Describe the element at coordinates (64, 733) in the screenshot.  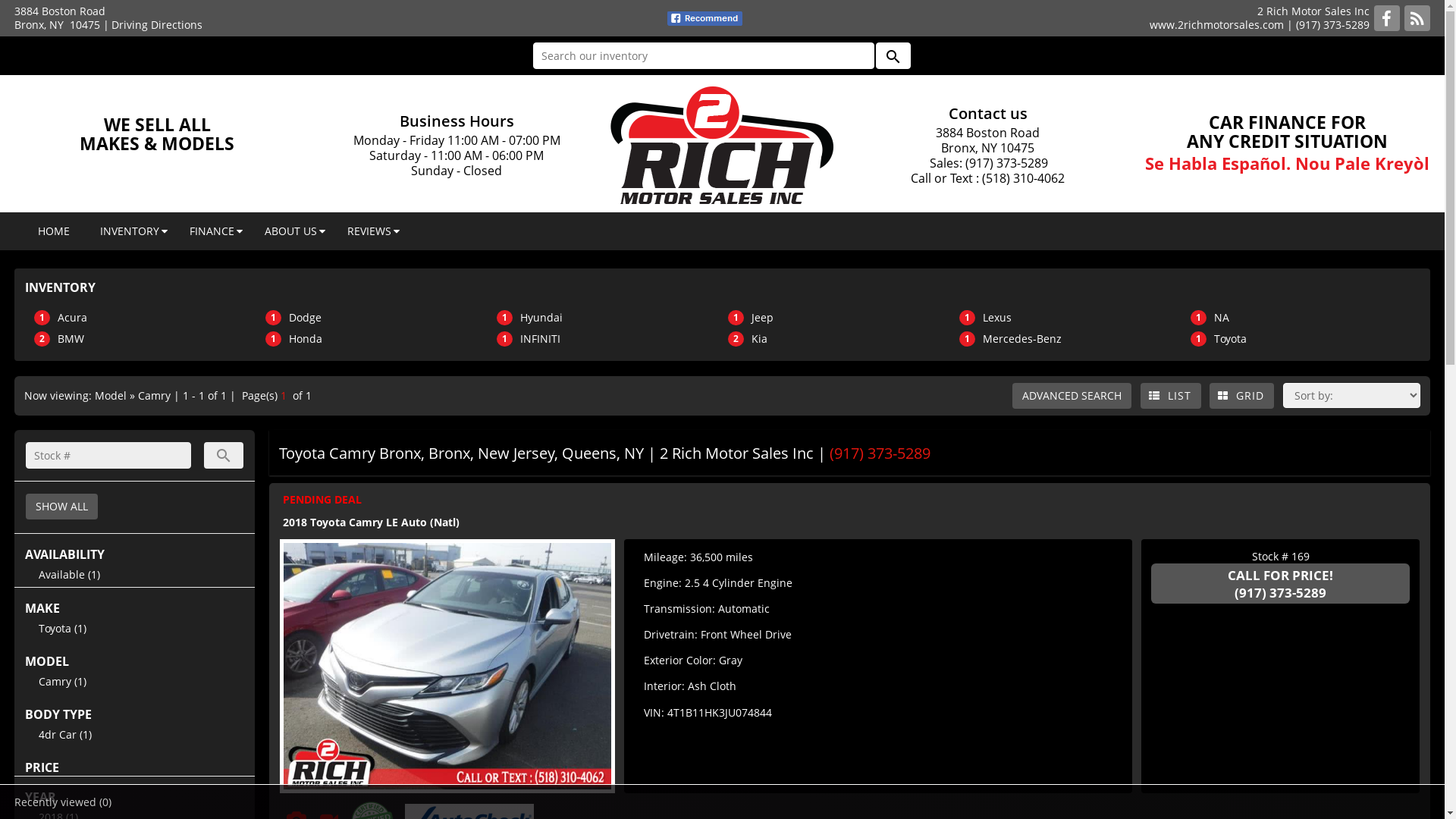
I see `'4dr Car (1)'` at that location.